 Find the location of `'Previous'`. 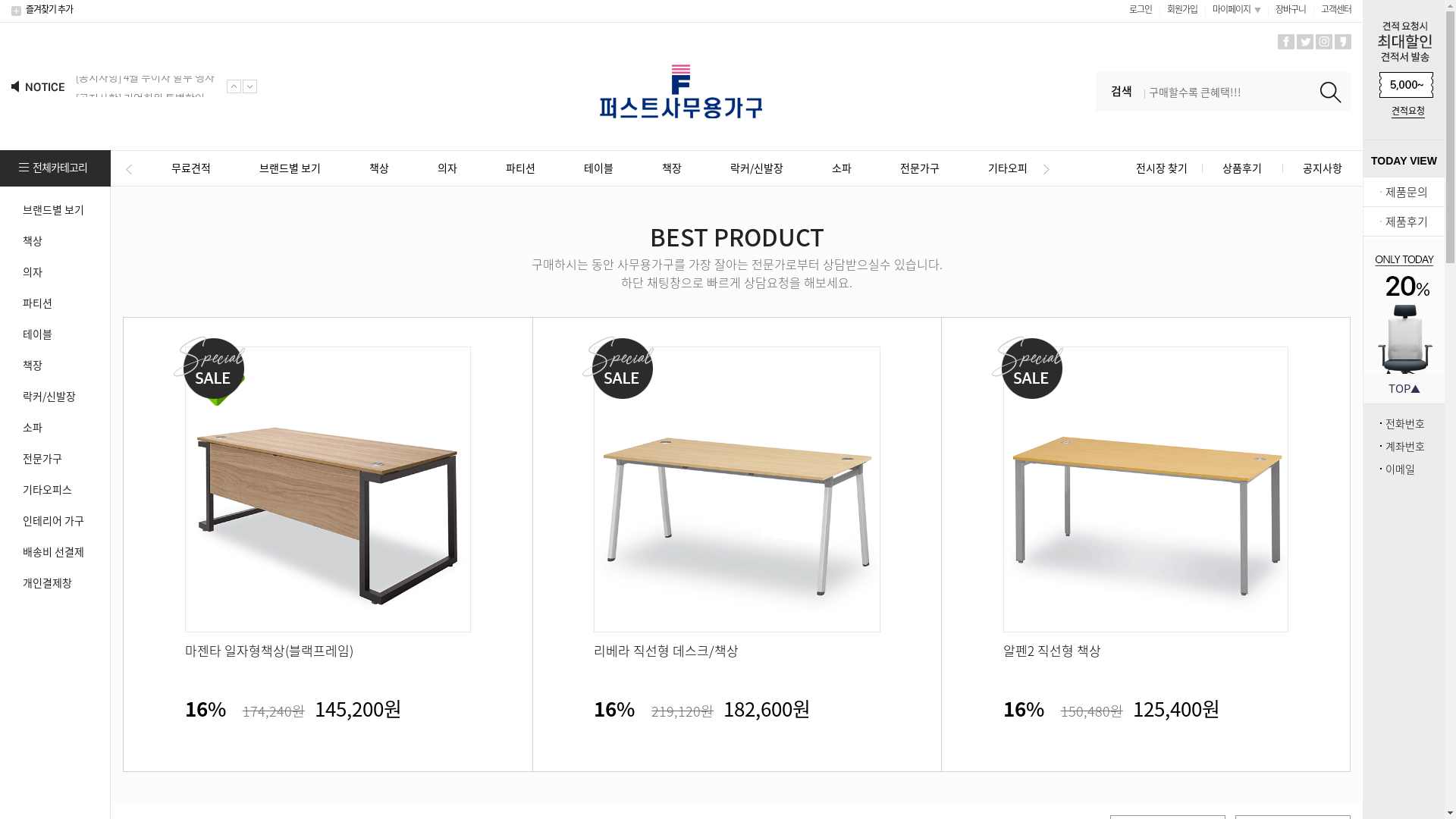

'Previous' is located at coordinates (109, 169).